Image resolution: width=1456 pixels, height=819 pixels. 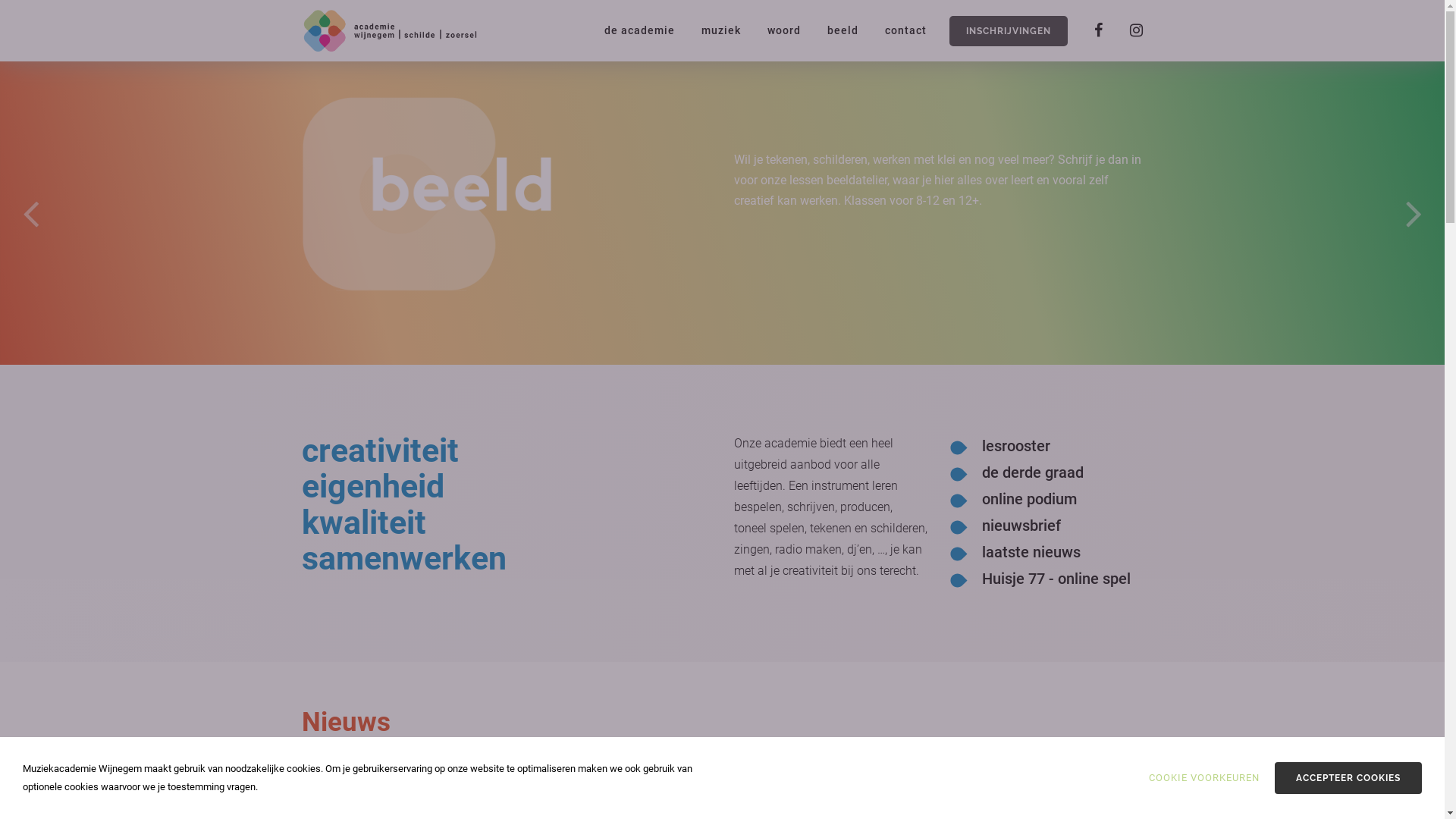 I want to click on 'lesrooster', so click(x=1015, y=444).